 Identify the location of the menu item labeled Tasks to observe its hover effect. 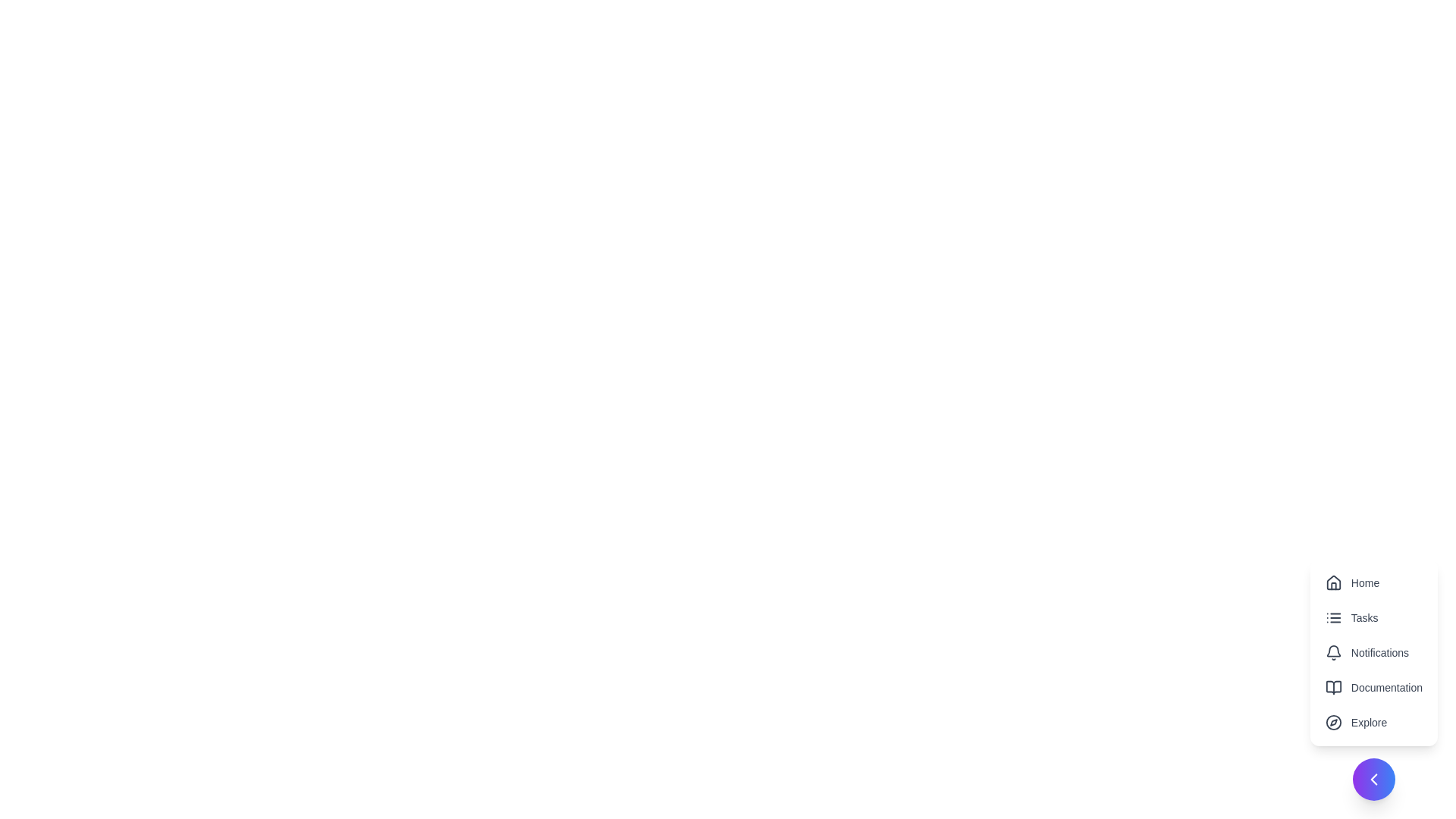
(1373, 617).